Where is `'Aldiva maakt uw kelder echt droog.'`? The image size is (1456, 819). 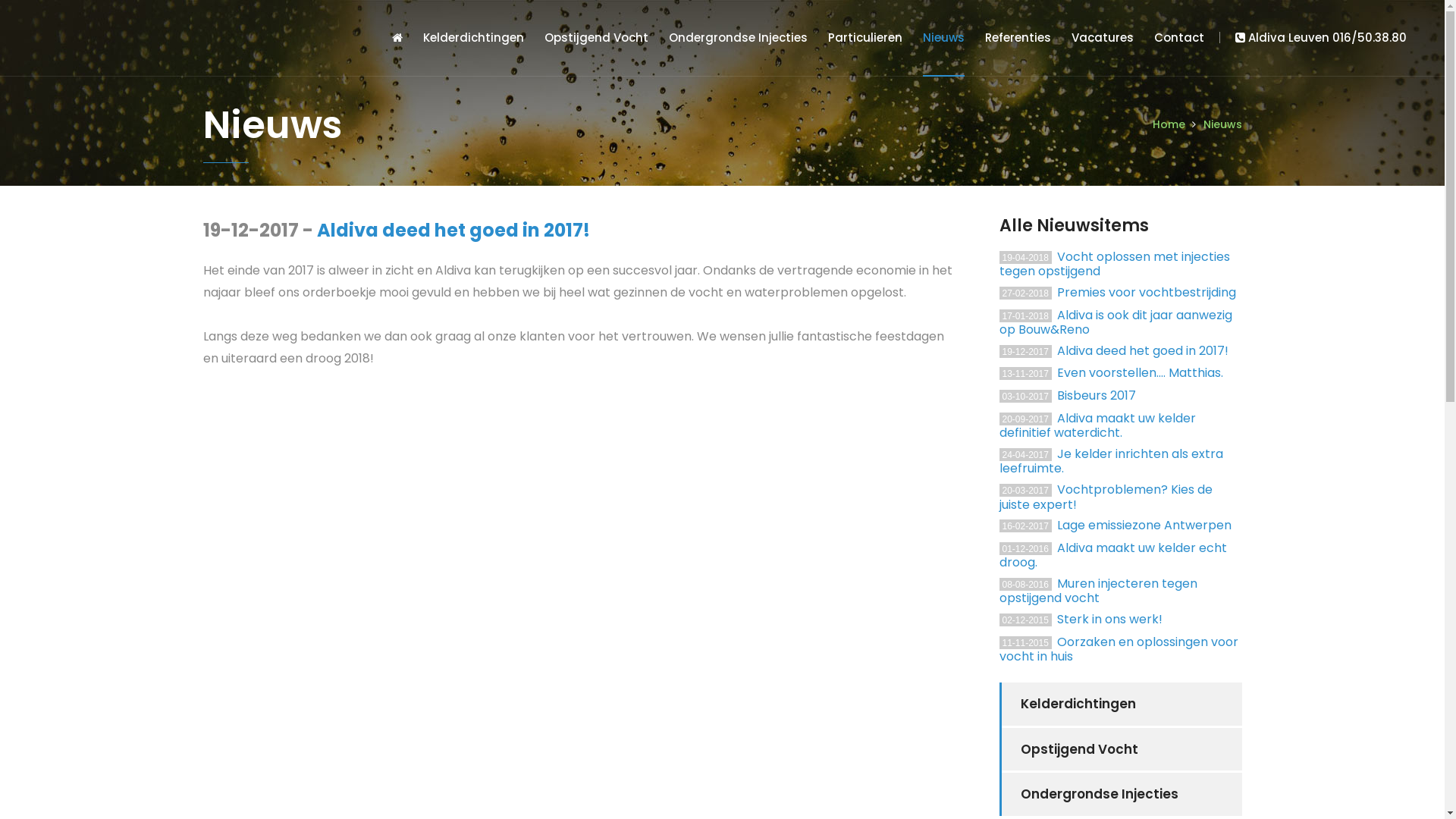
'Aldiva maakt uw kelder echt droog.' is located at coordinates (1113, 555).